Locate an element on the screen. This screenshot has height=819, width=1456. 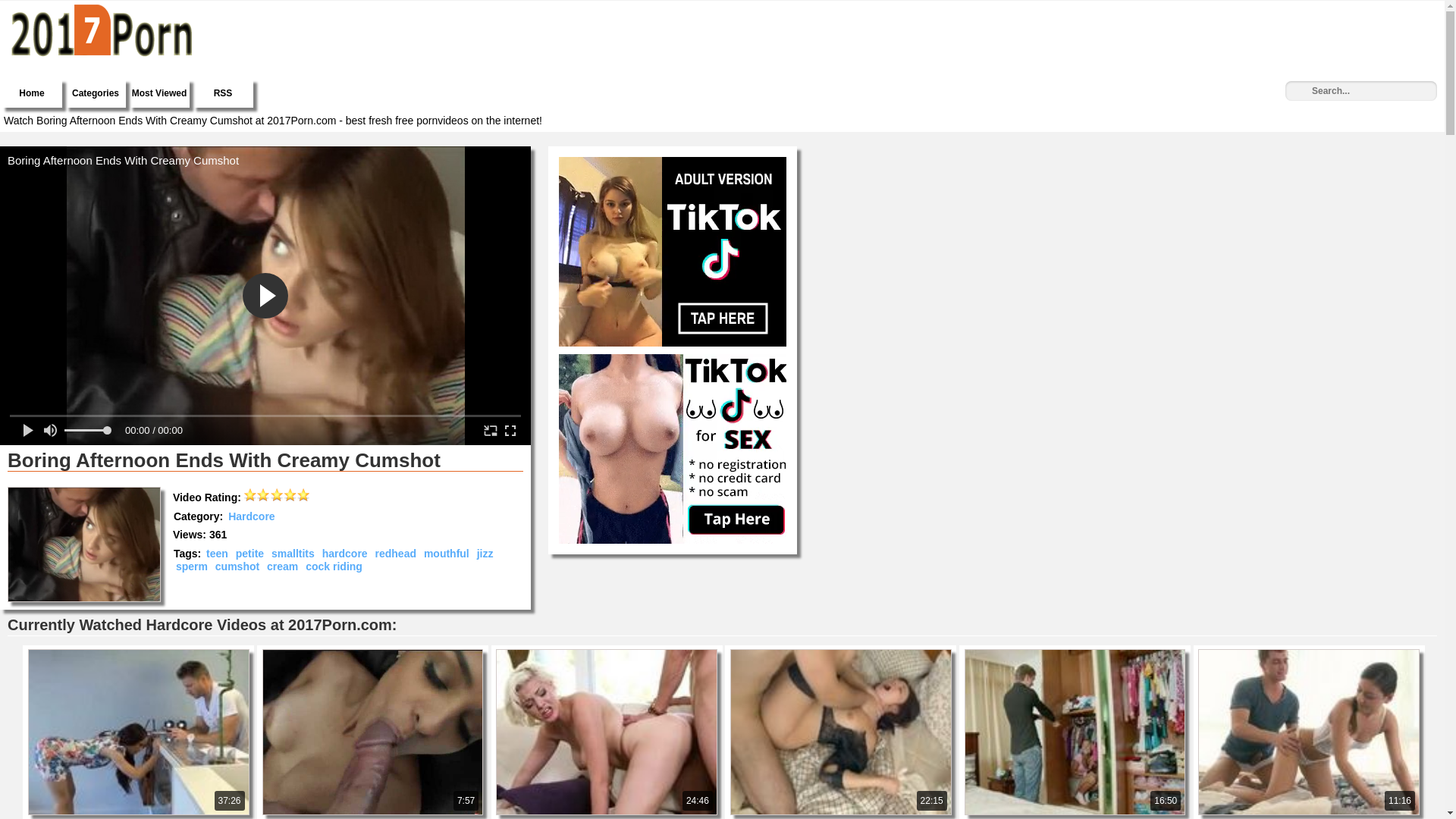
'petite' is located at coordinates (249, 553).